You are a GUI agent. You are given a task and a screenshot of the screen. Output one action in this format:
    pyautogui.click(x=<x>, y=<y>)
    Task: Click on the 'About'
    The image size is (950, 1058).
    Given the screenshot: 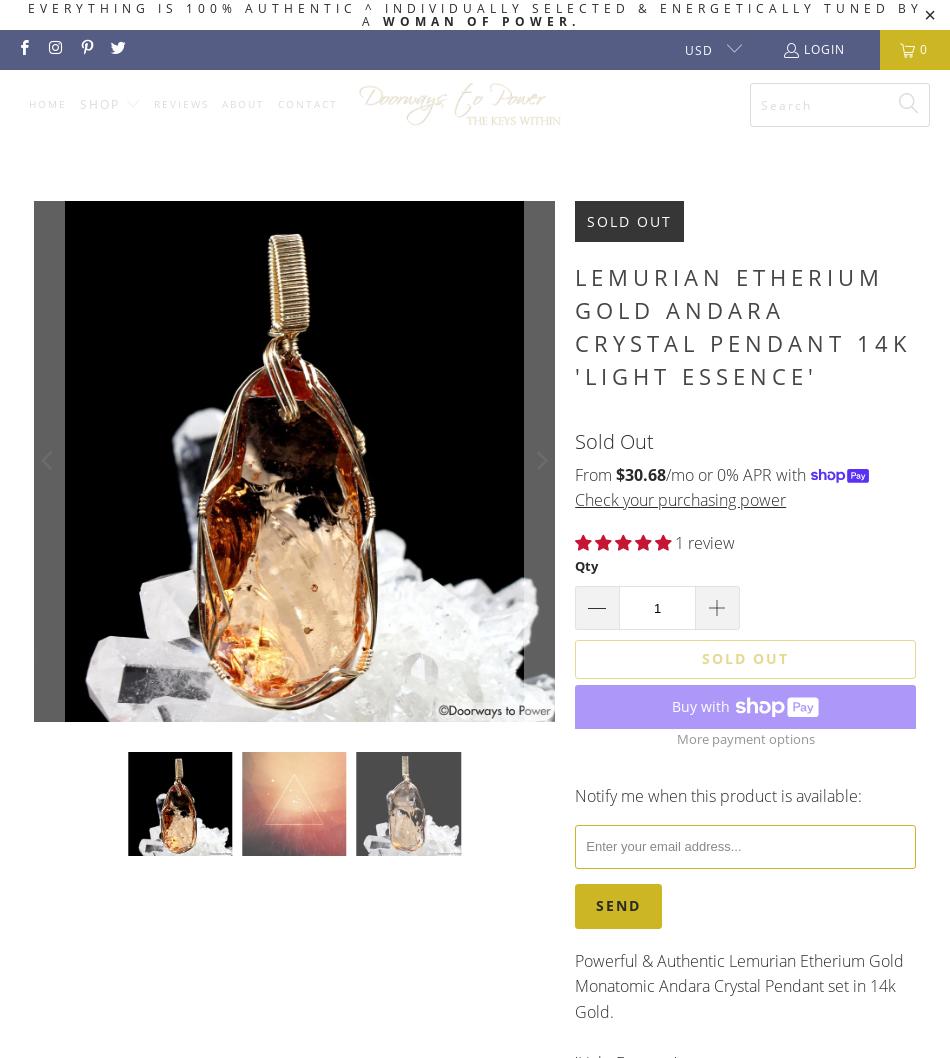 What is the action you would take?
    pyautogui.click(x=241, y=103)
    